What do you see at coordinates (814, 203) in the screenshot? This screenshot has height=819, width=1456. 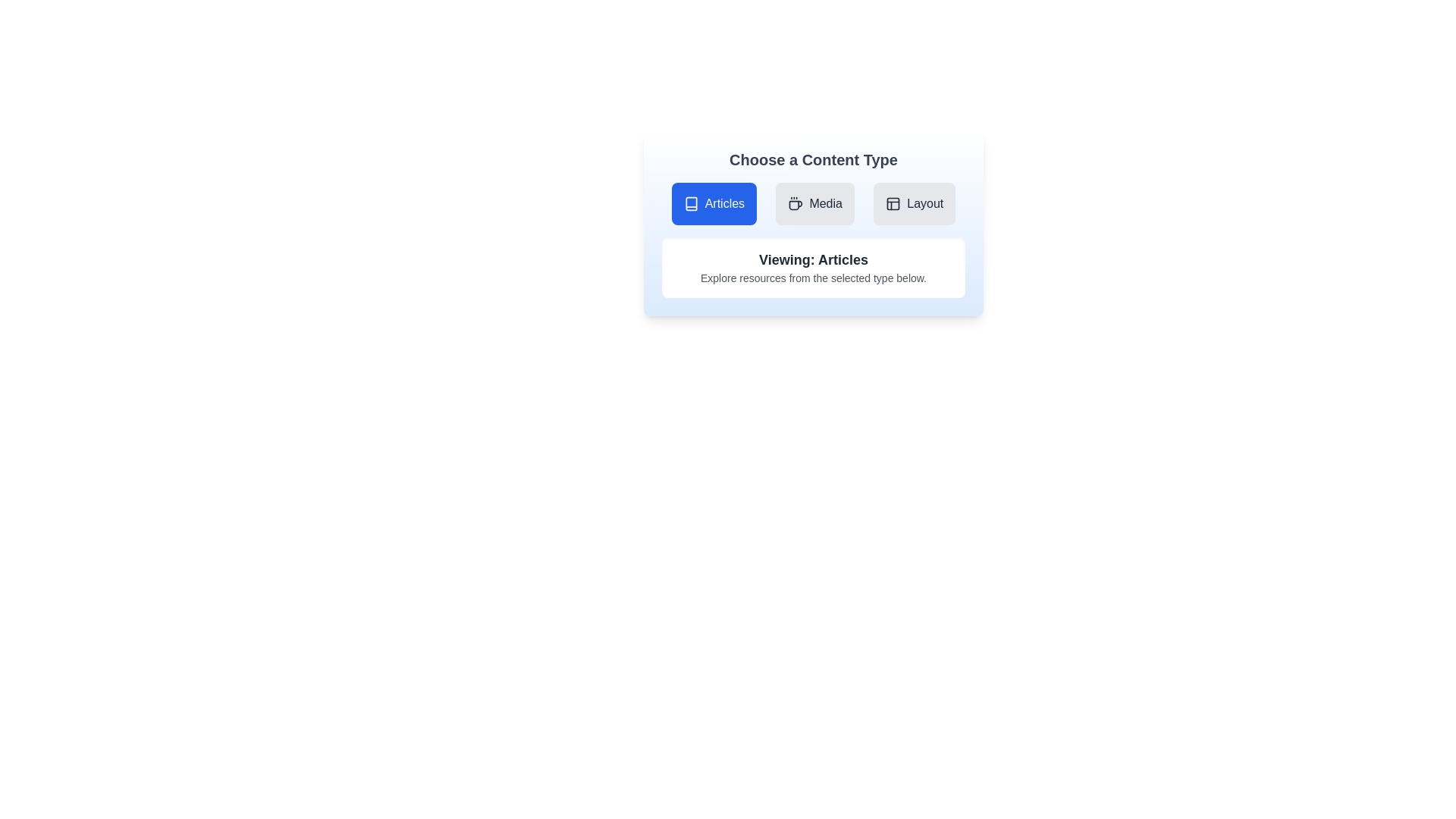 I see `the 'Media' button, which is a rectangular button with a light gray background, dark gray text, and an icon of a steaming cup` at bounding box center [814, 203].